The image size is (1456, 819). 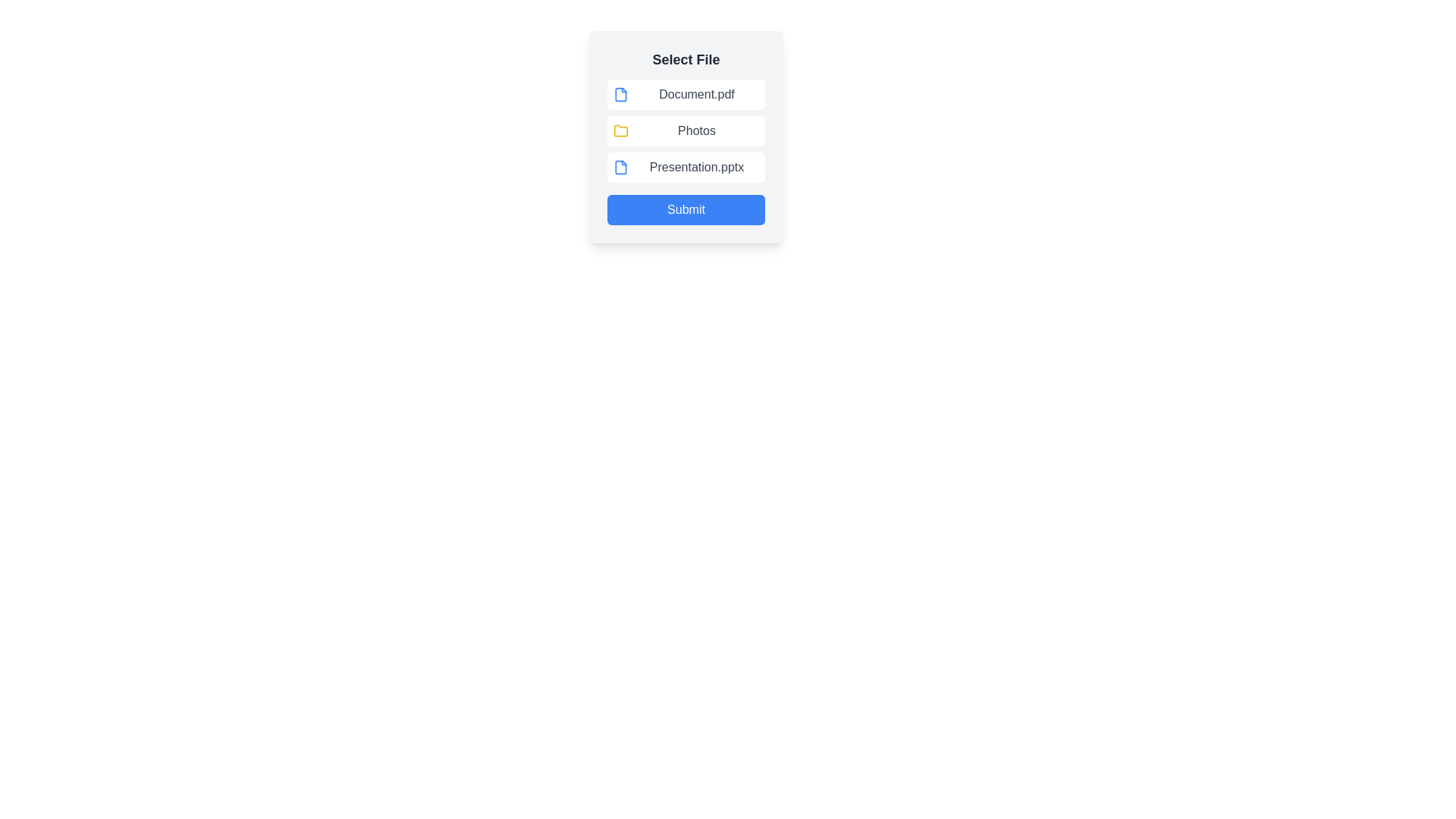 What do you see at coordinates (695, 167) in the screenshot?
I see `the text label displaying the file name 'Presentation.pptx', which is part of a file selection interface and is located near the middle of the interface, horizontally centered under the heading 'Select File'` at bounding box center [695, 167].